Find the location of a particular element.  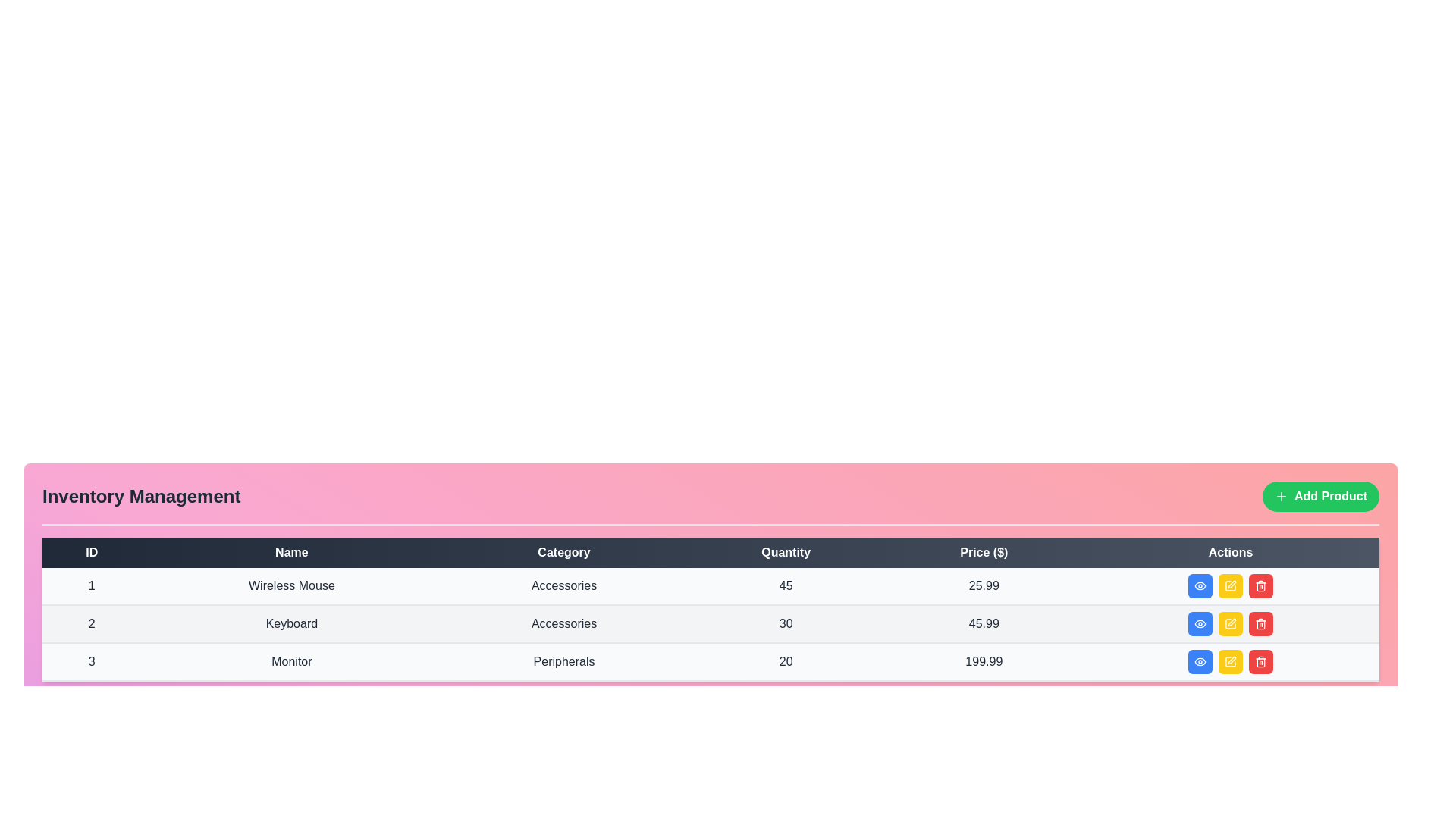

the number '1' in the top-left cell of the 'ID' column of the data table under 'Inventory Management' is located at coordinates (91, 585).